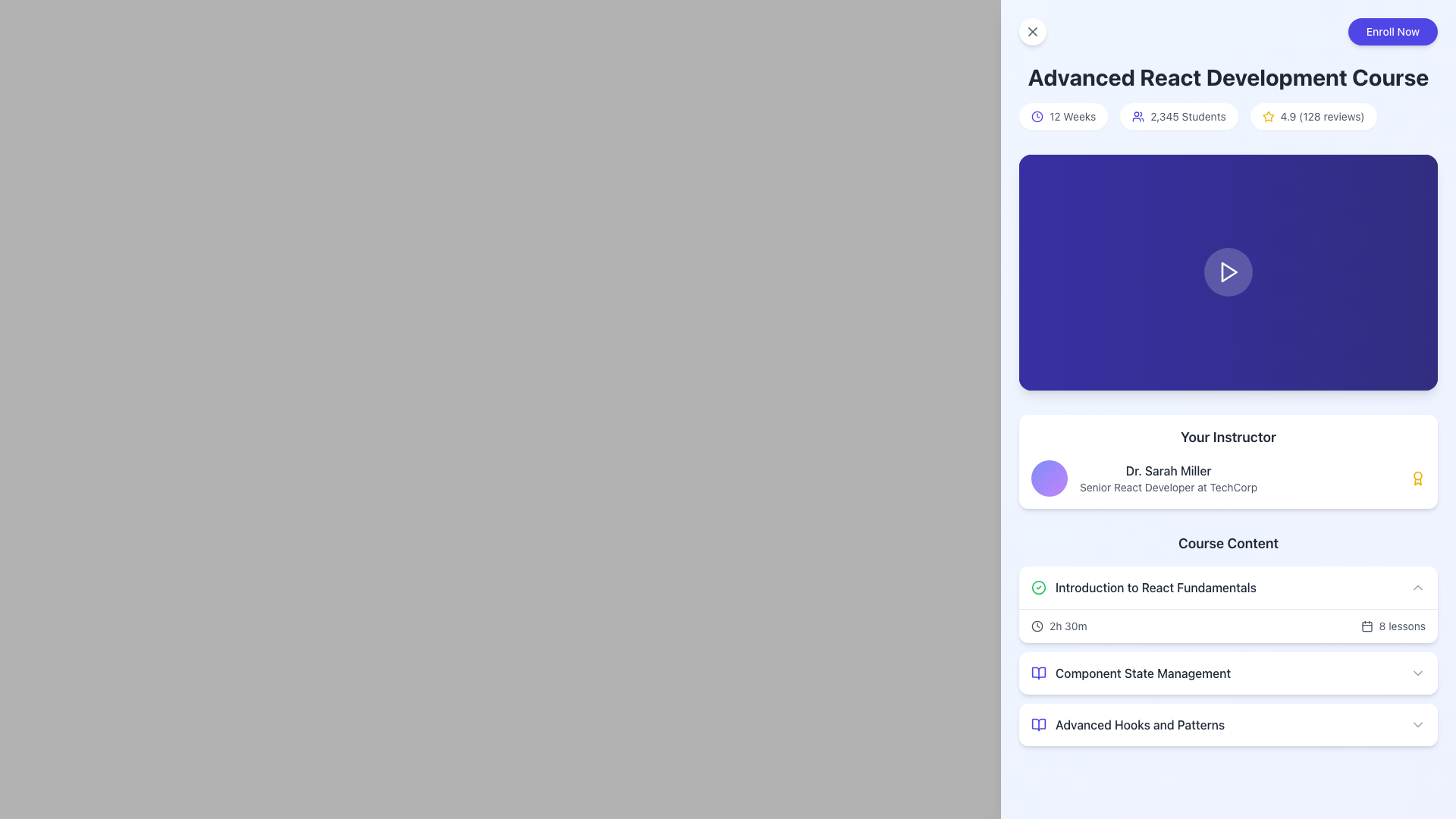  I want to click on the second list item representing the 'Component State Management' module in the 'Course Content' section, so click(1131, 672).